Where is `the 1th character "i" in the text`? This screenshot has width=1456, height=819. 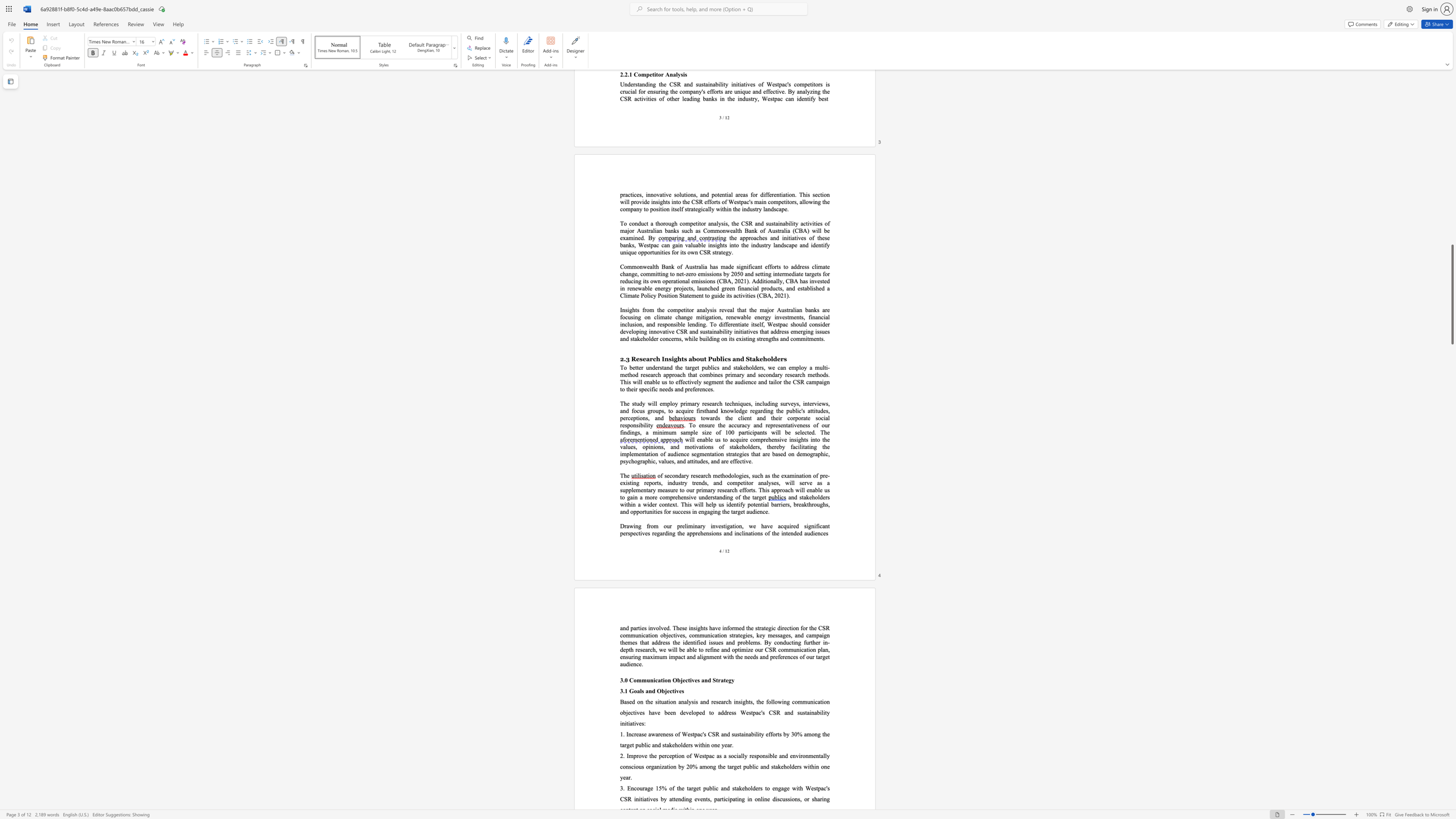 the 1th character "i" in the text is located at coordinates (690, 439).